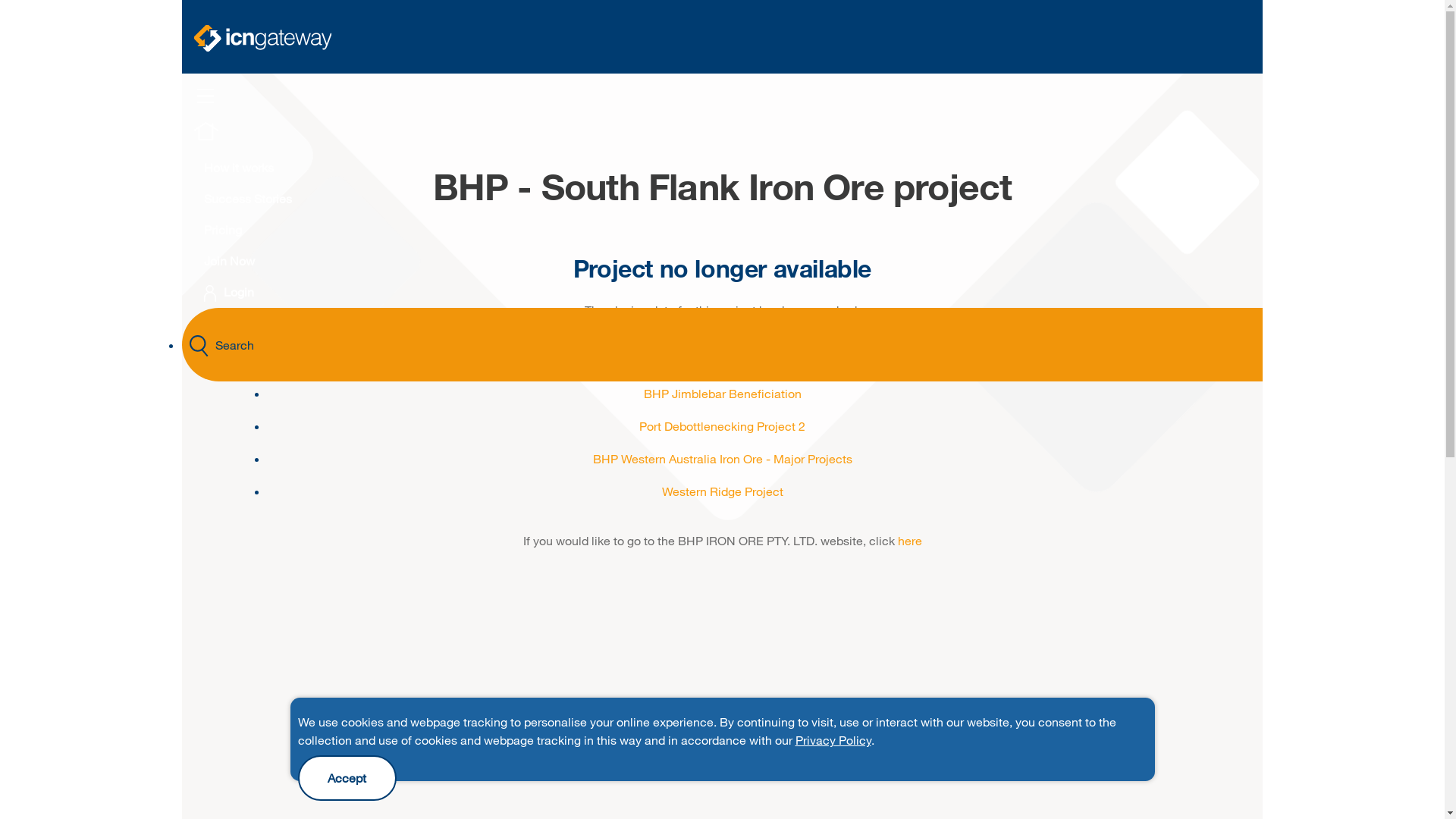  Describe the element at coordinates (198, 346) in the screenshot. I see `'Search Projects or Suppliers'` at that location.